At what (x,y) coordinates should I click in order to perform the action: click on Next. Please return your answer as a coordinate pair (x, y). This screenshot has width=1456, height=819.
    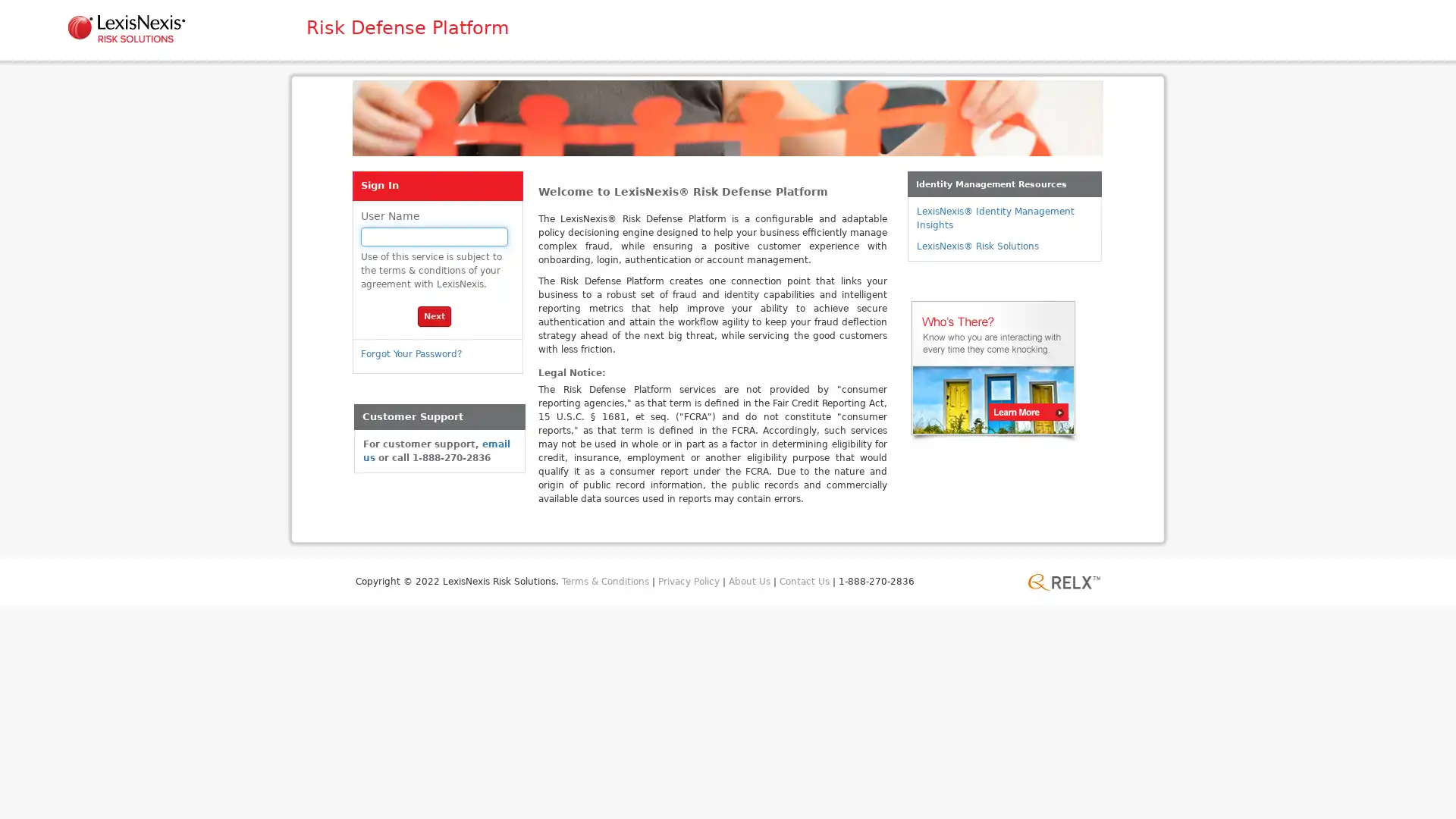
    Looking at the image, I should click on (433, 315).